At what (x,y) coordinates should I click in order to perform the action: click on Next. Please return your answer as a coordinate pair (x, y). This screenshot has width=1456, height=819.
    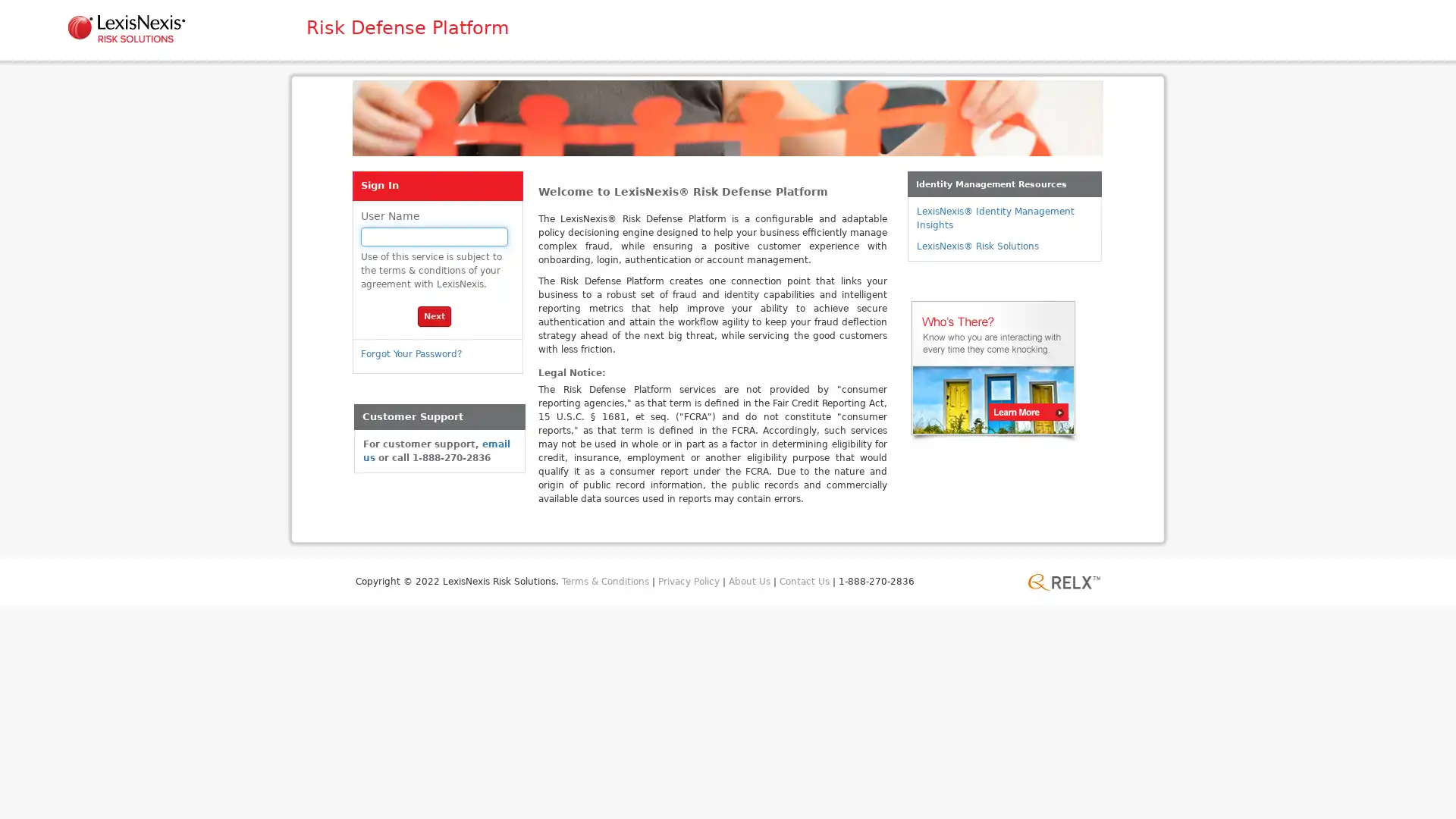
    Looking at the image, I should click on (433, 315).